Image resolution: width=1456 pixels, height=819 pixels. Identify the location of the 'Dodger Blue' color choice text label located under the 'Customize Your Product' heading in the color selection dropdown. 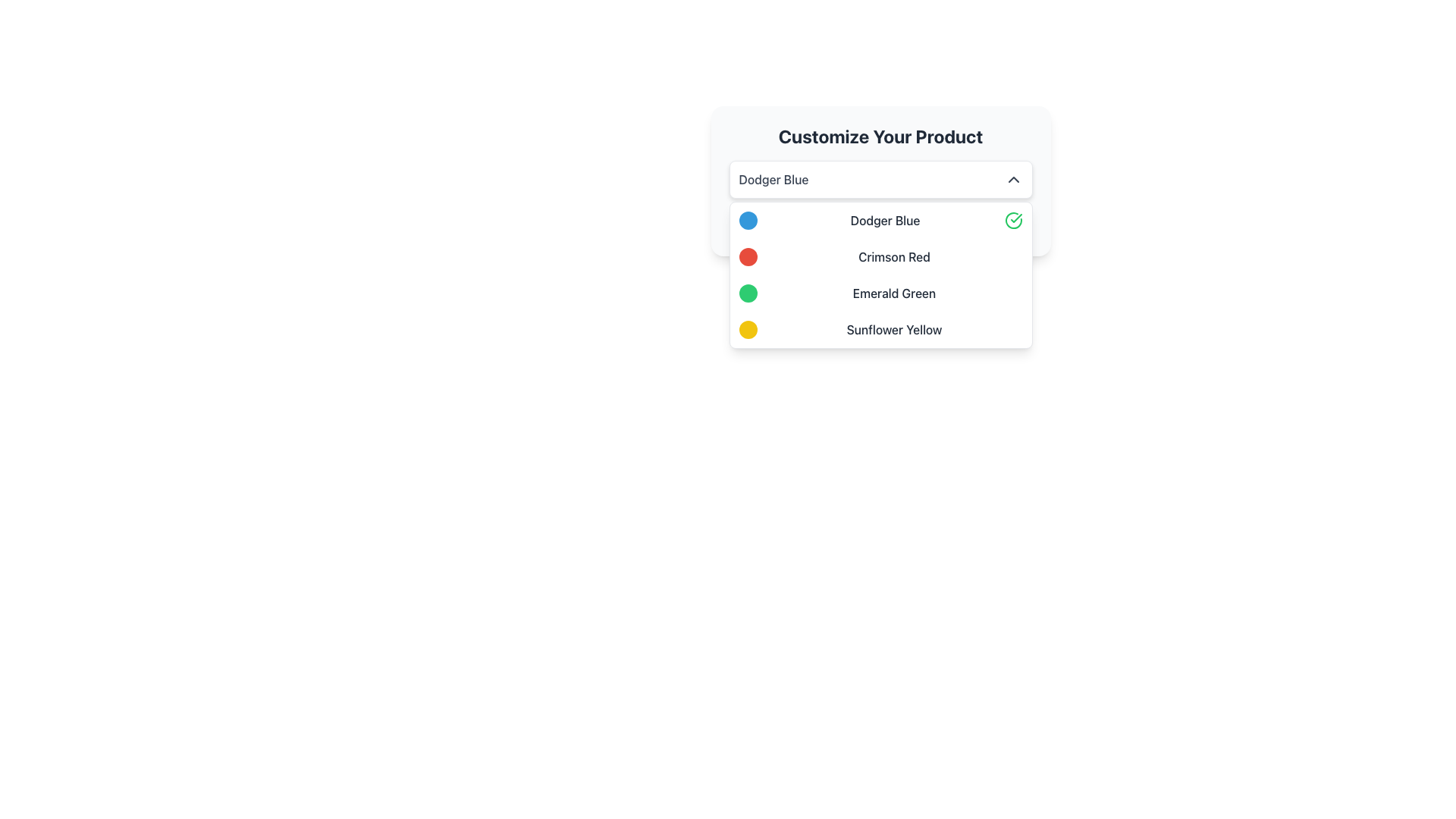
(880, 227).